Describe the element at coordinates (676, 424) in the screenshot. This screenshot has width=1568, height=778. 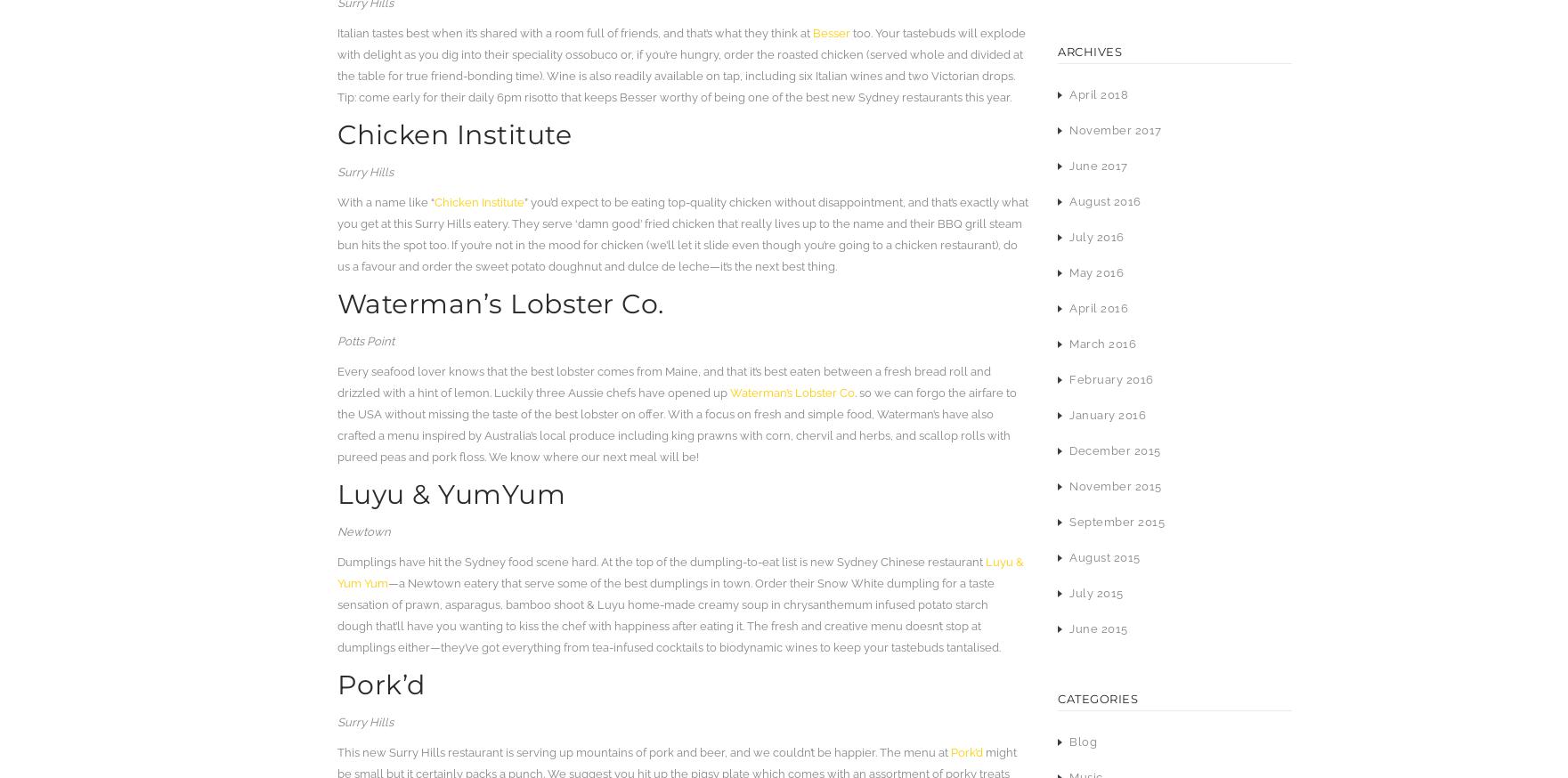
I see `'. so we can forgo the airfare to the USA without missing the taste of the best lobster on offer. With a focus on fresh and simple food, Waterman’s have also crafted a menu inspired by Australia’s local produce including king prawns with corn, chervil and herbs, and scallop rolls with pureed peas and pork floss. We know where our next meal will be!'` at that location.